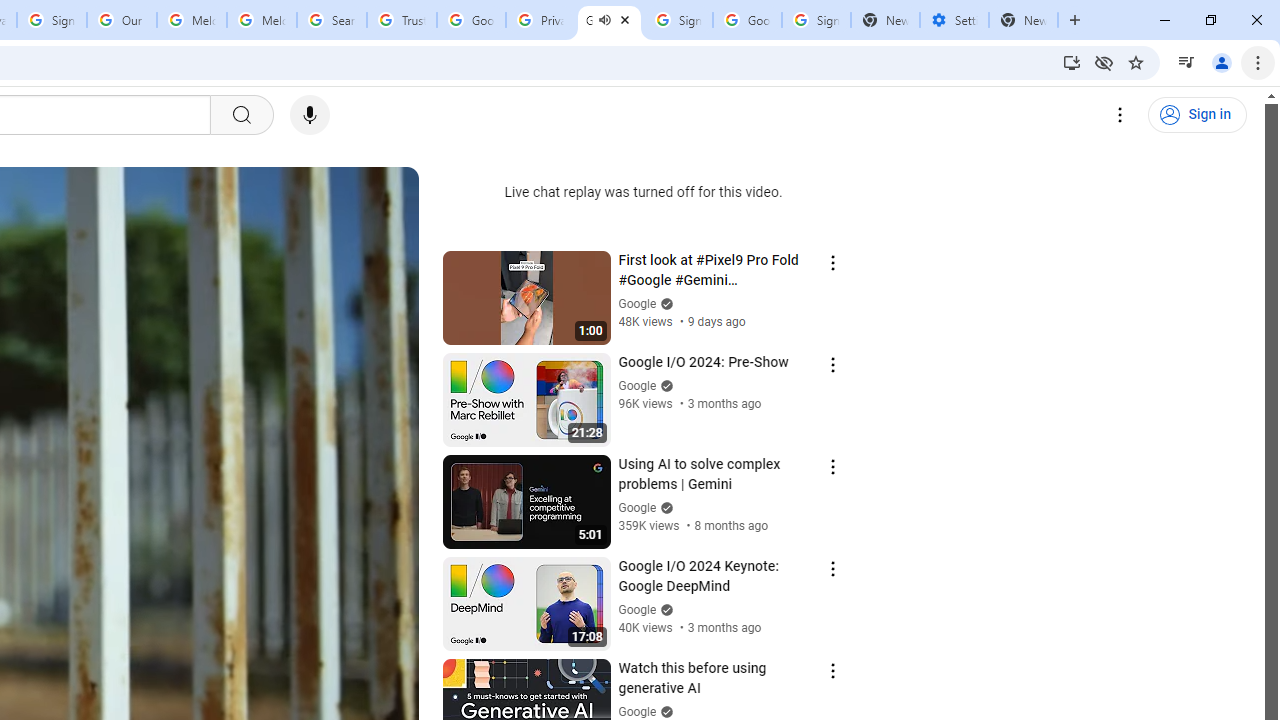 The width and height of the screenshot is (1280, 720). Describe the element at coordinates (332, 20) in the screenshot. I see `'Search our Doodle Library Collection - Google Doodles'` at that location.